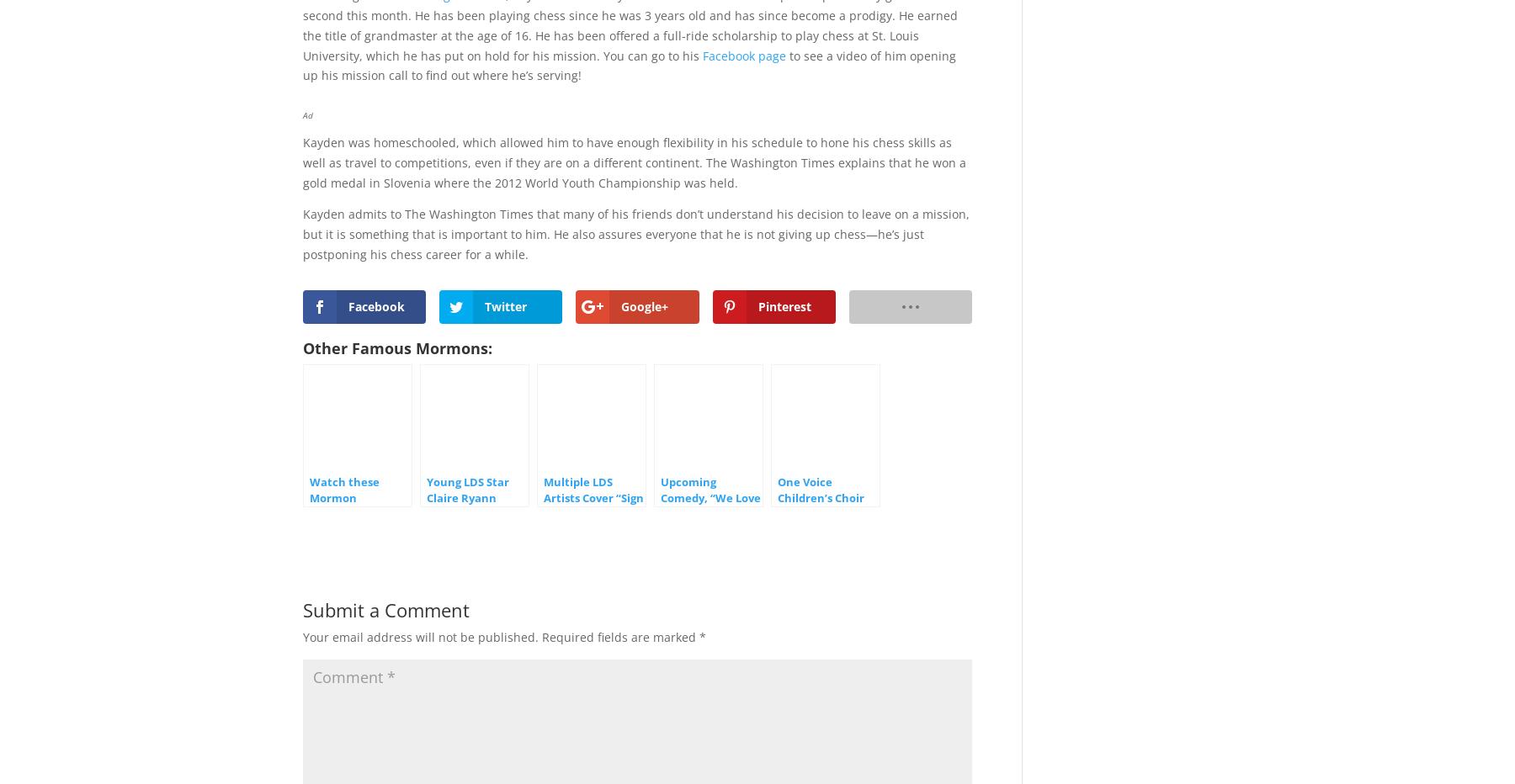 Image resolution: width=1515 pixels, height=784 pixels. What do you see at coordinates (629, 65) in the screenshot?
I see `'to see a video of him opening up his mission call to find out where he’s serving!'` at bounding box center [629, 65].